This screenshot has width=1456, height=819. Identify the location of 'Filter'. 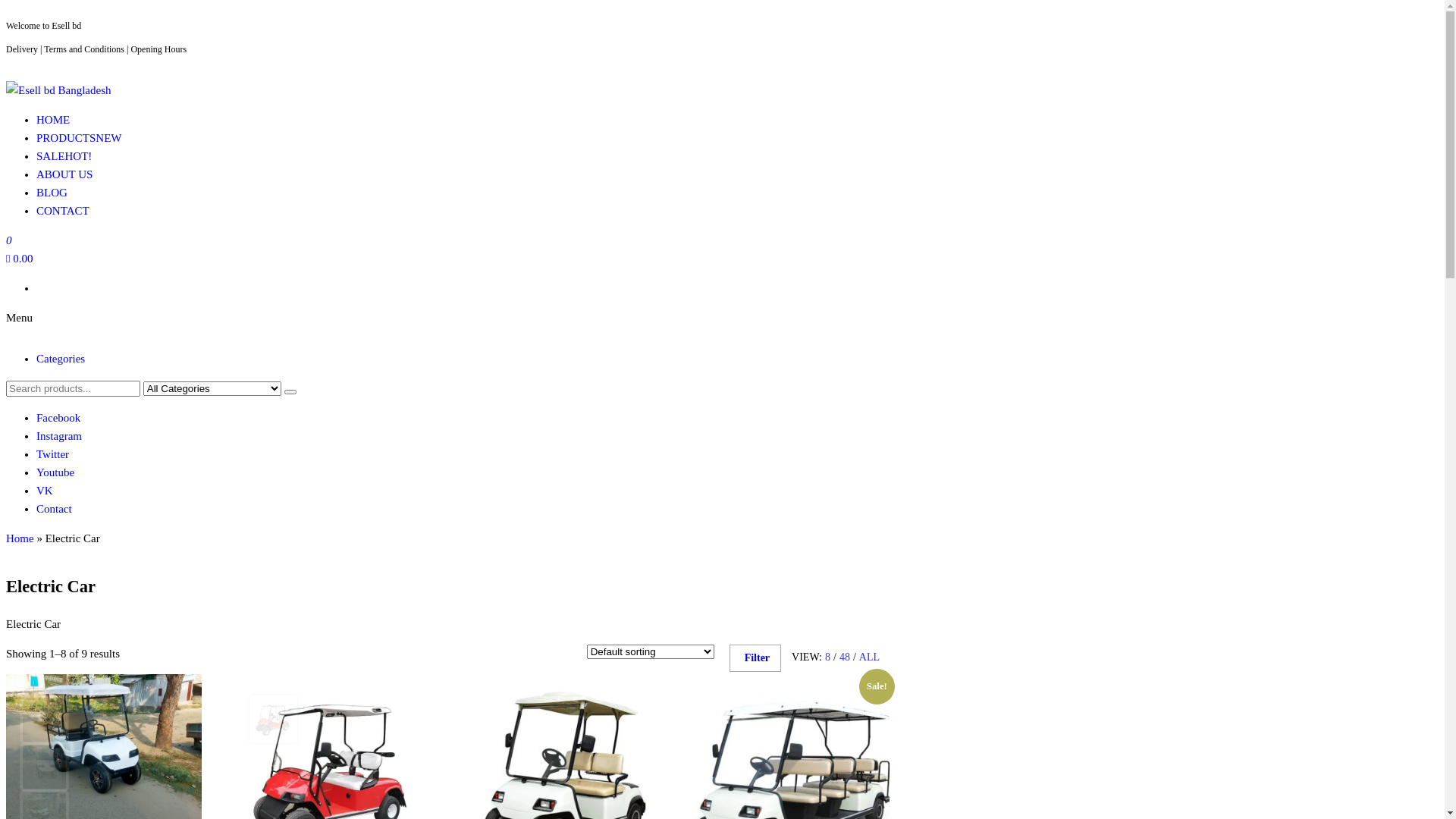
(729, 657).